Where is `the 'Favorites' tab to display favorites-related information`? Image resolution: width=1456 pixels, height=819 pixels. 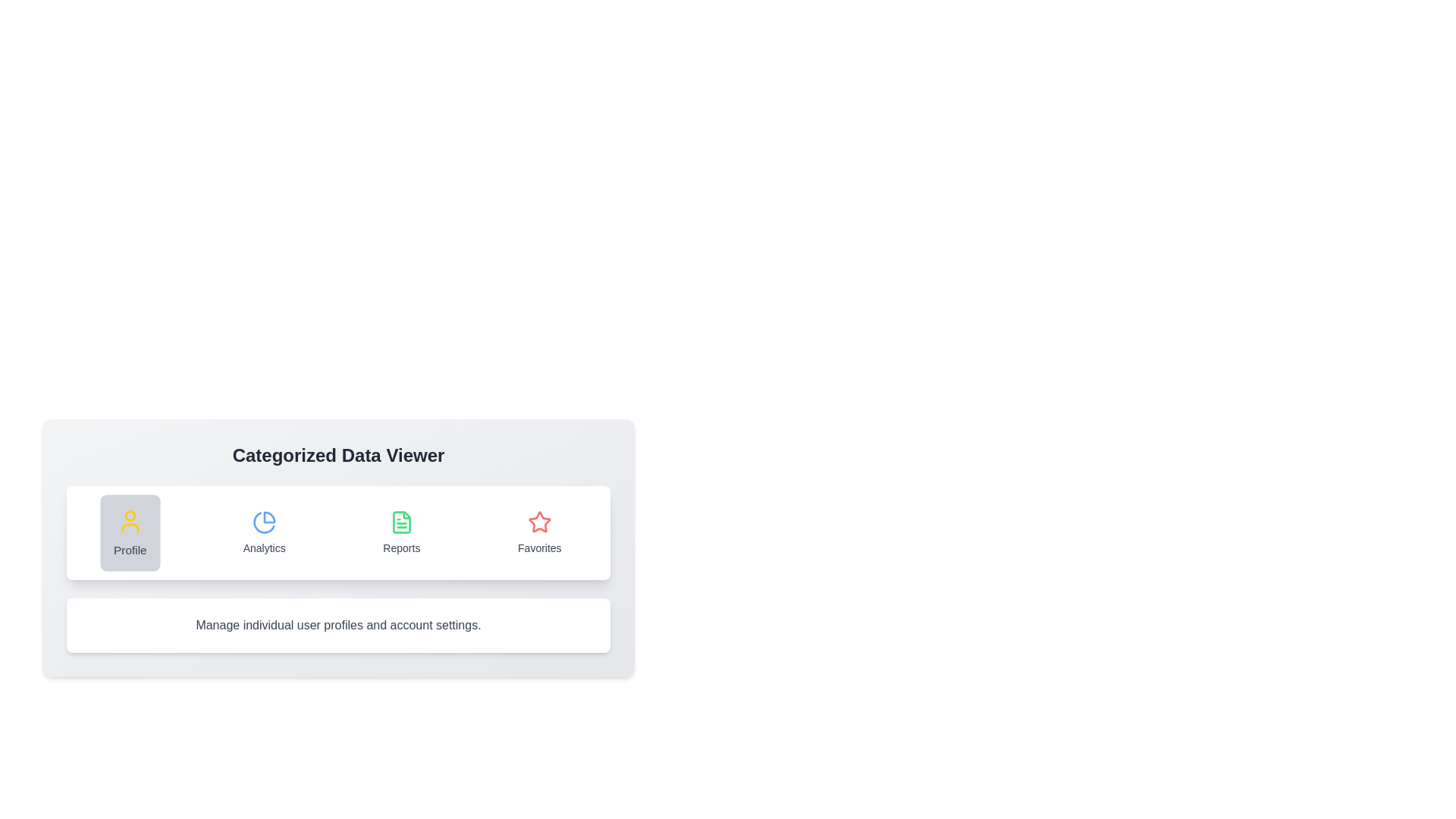 the 'Favorites' tab to display favorites-related information is located at coordinates (539, 532).